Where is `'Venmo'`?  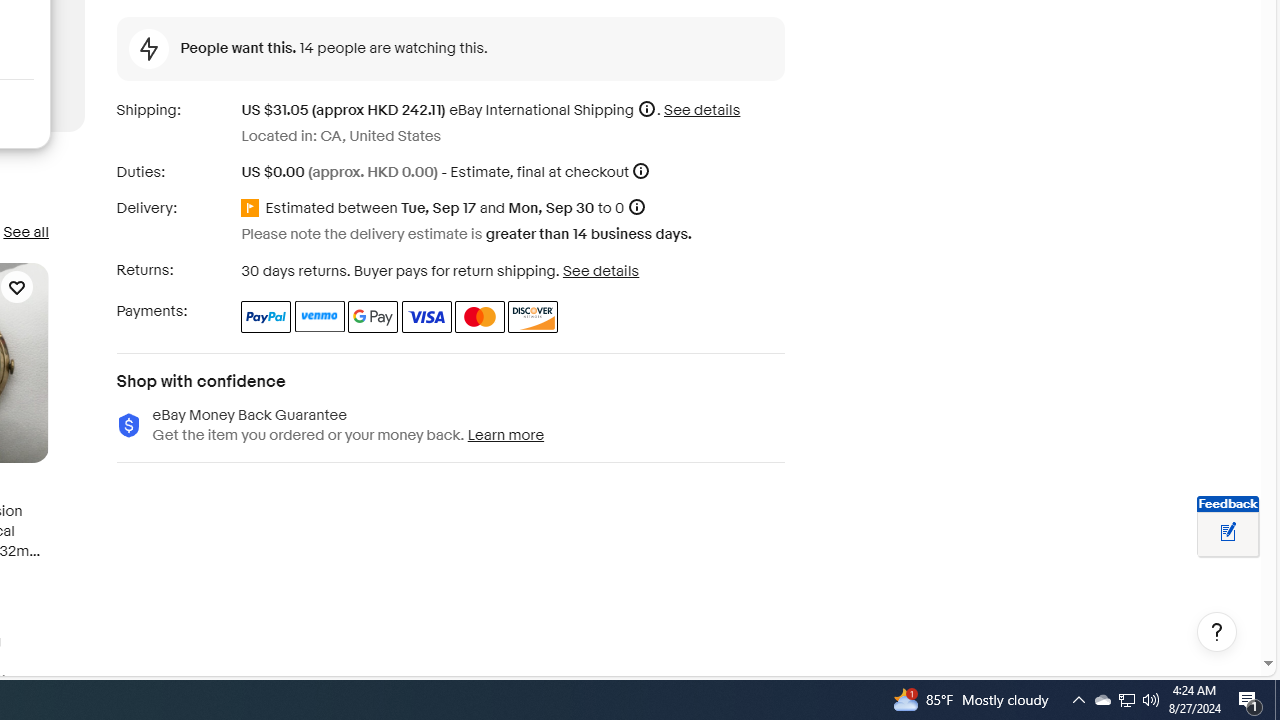 'Venmo' is located at coordinates (320, 315).